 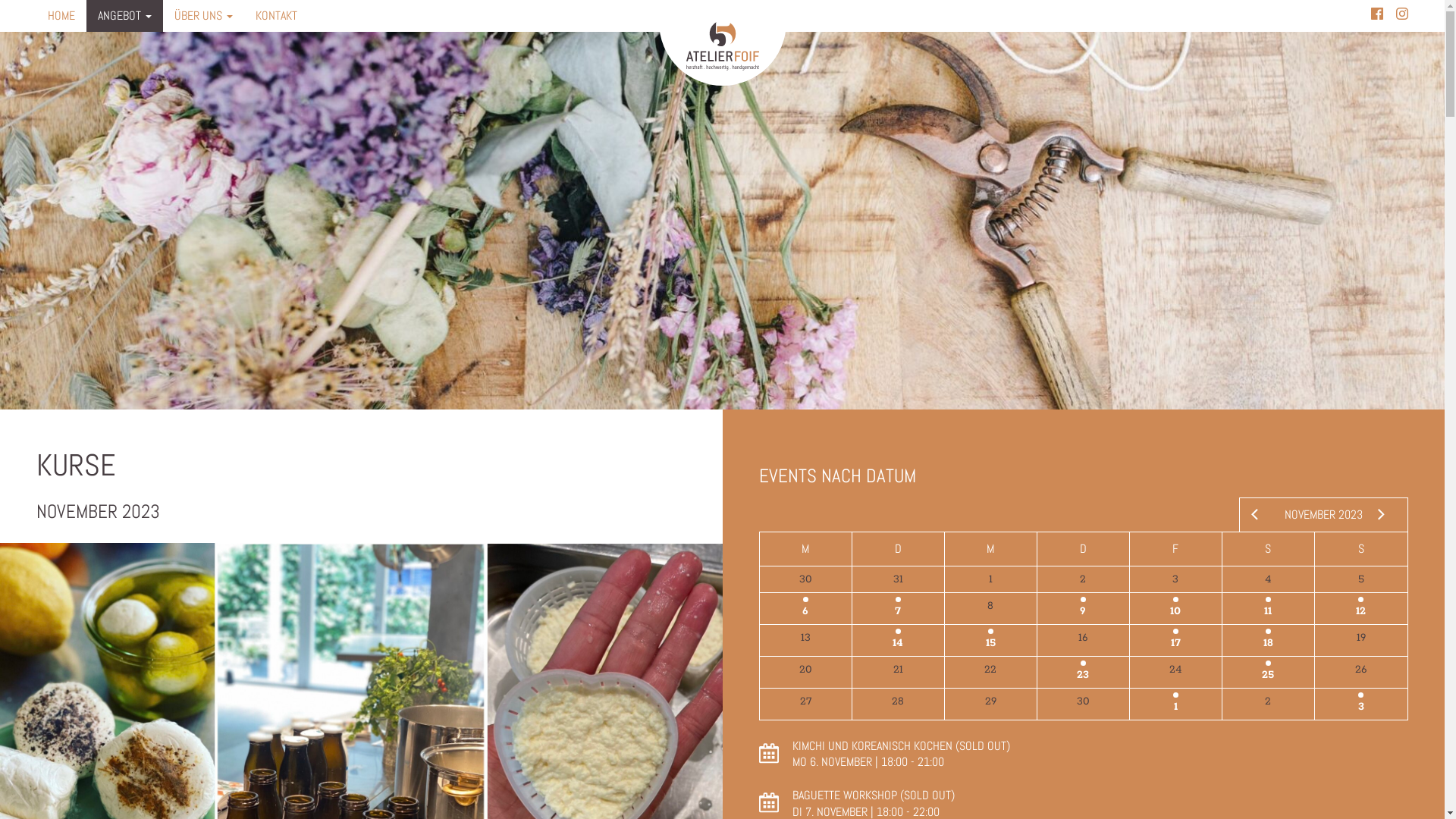 I want to click on '0 VERANSTALTUNGEN,, so click(x=760, y=671).